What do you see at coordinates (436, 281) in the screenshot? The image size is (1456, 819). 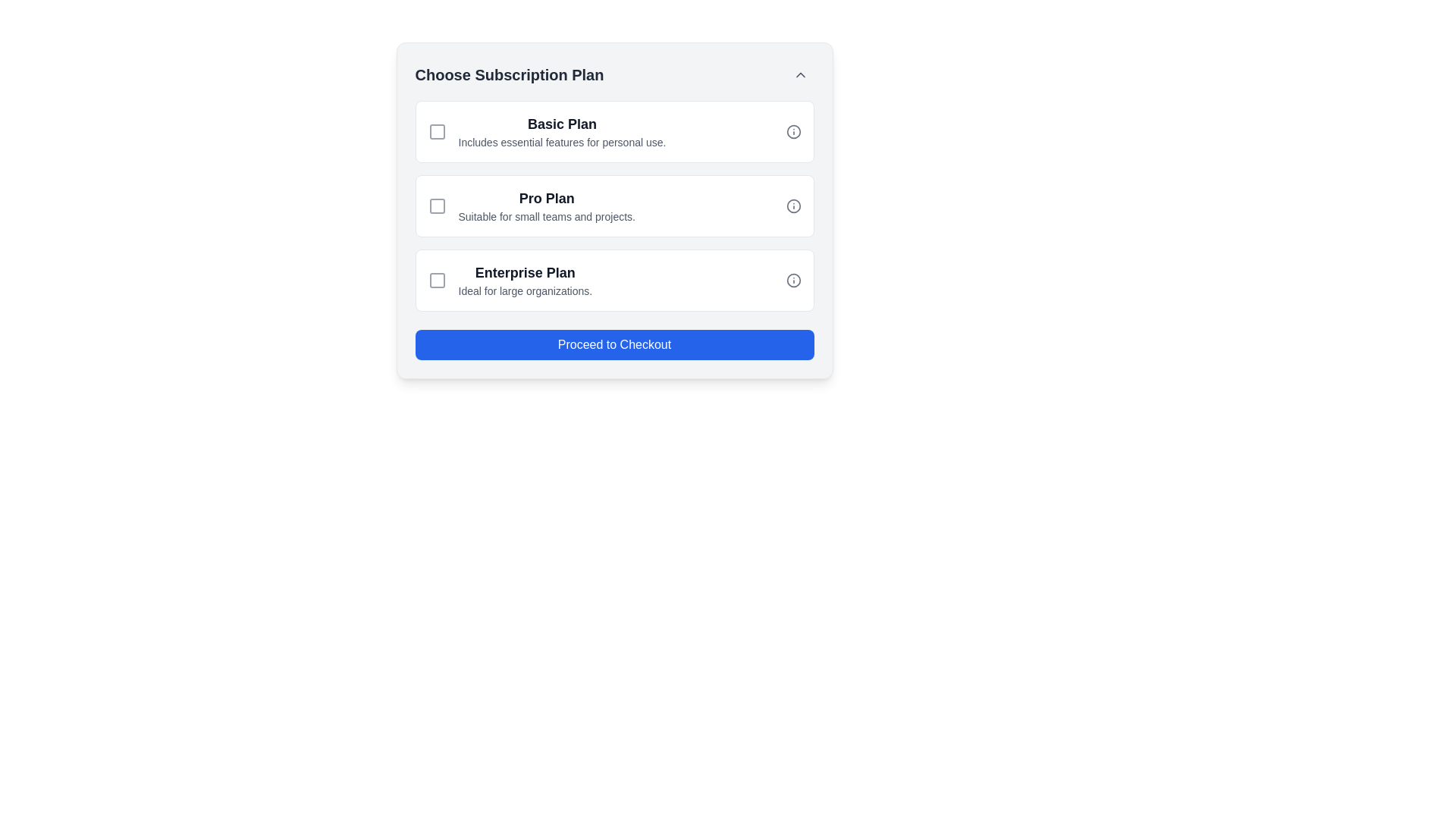 I see `the checkbox labeled 'Enterprise Plan'` at bounding box center [436, 281].